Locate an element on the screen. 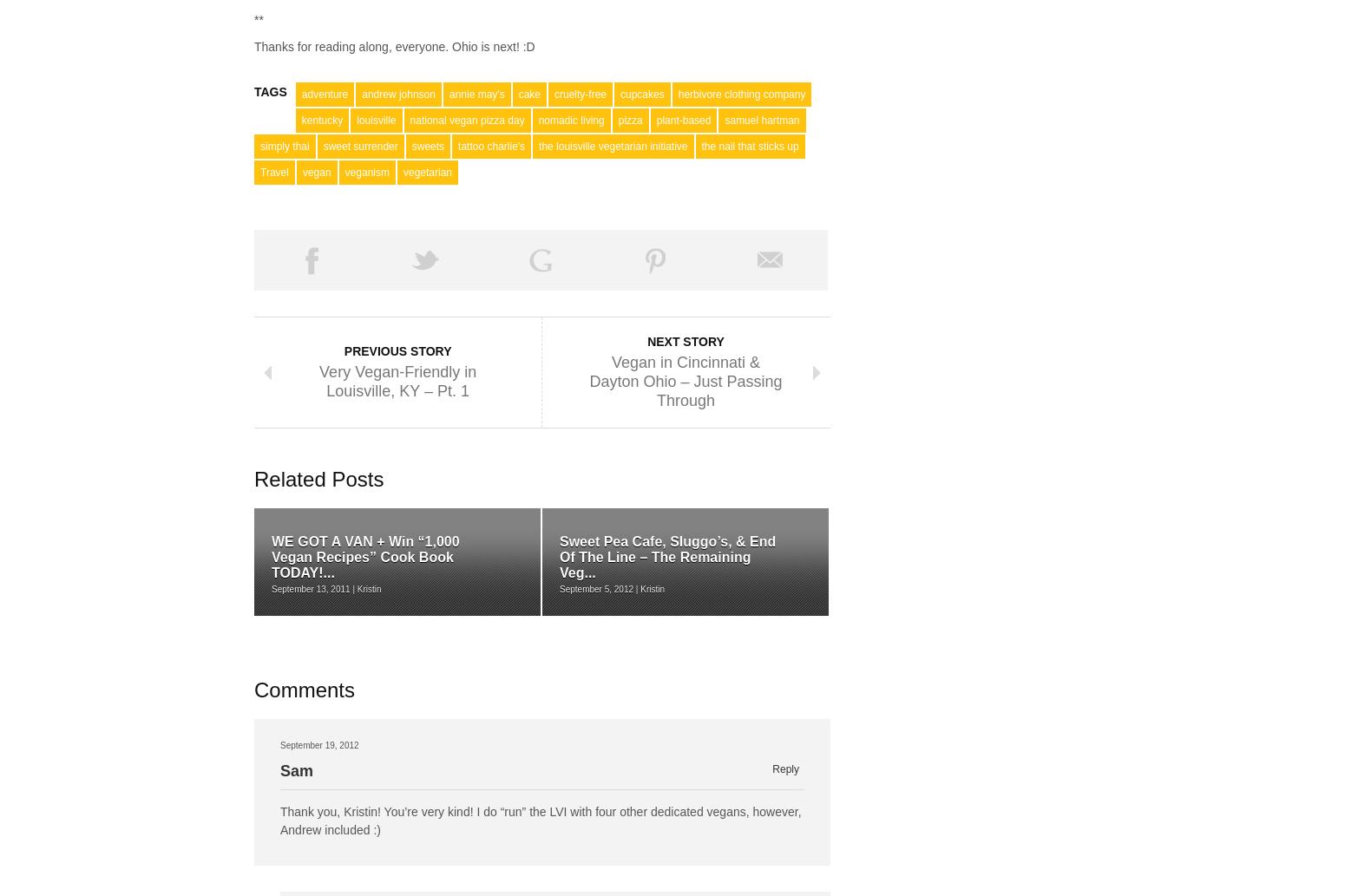 Image resolution: width=1345 pixels, height=896 pixels. 'sweets' is located at coordinates (427, 146).